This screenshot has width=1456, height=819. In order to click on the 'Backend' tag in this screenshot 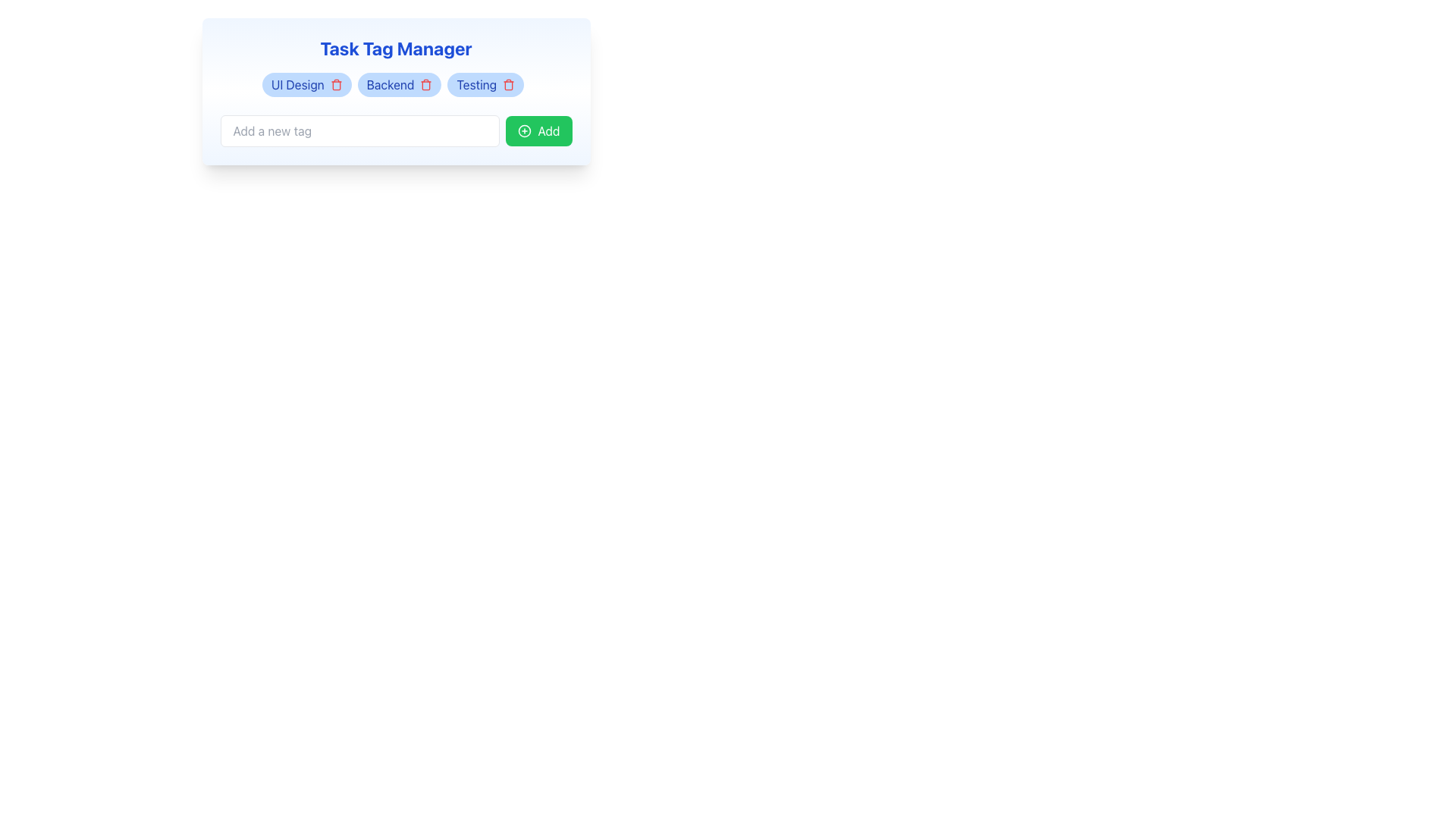, I will do `click(400, 84)`.